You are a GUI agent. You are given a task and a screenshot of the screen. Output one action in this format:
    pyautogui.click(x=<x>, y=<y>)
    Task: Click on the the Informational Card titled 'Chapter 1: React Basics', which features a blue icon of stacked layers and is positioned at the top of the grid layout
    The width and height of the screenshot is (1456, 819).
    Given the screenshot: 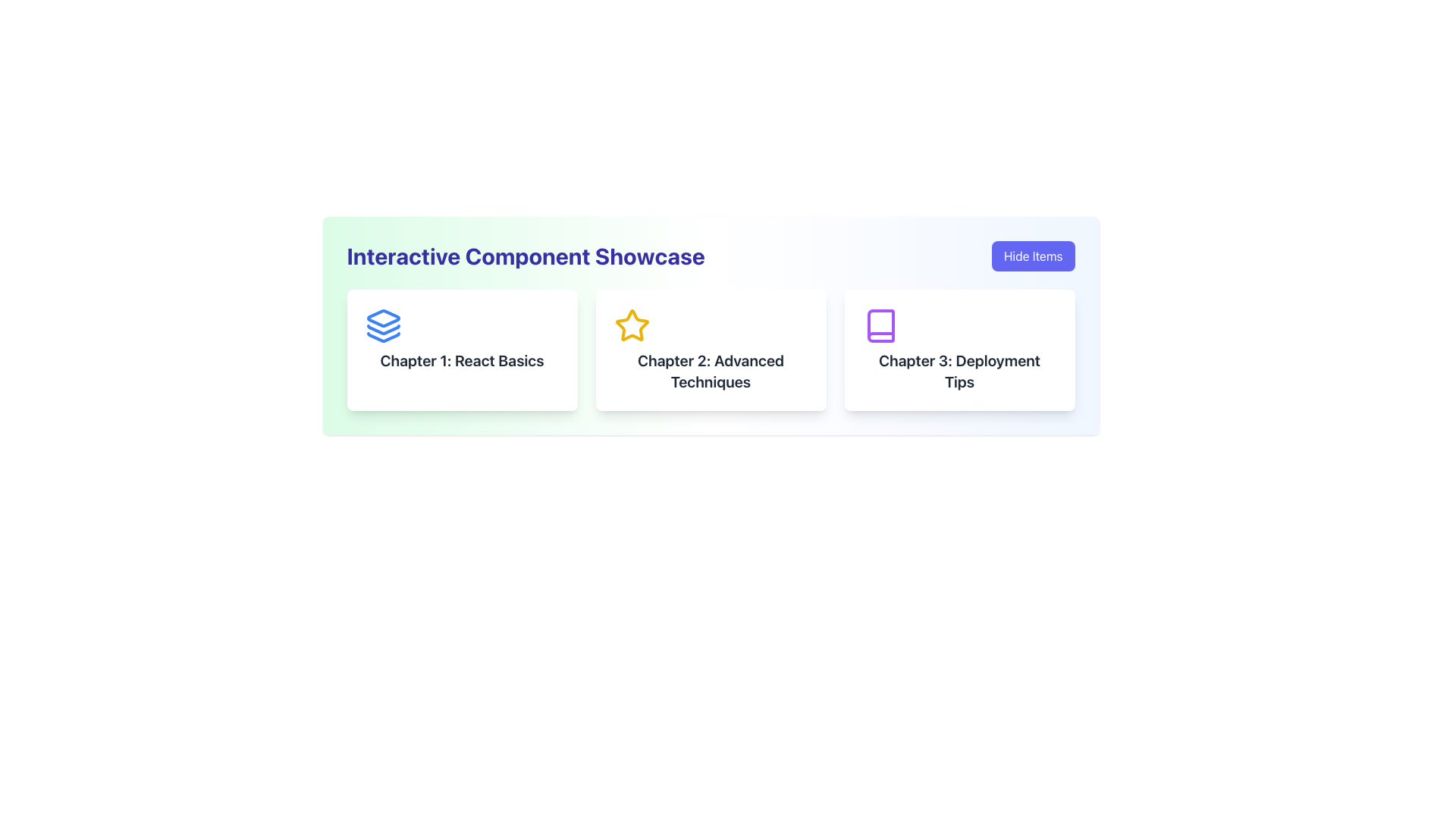 What is the action you would take?
    pyautogui.click(x=461, y=350)
    